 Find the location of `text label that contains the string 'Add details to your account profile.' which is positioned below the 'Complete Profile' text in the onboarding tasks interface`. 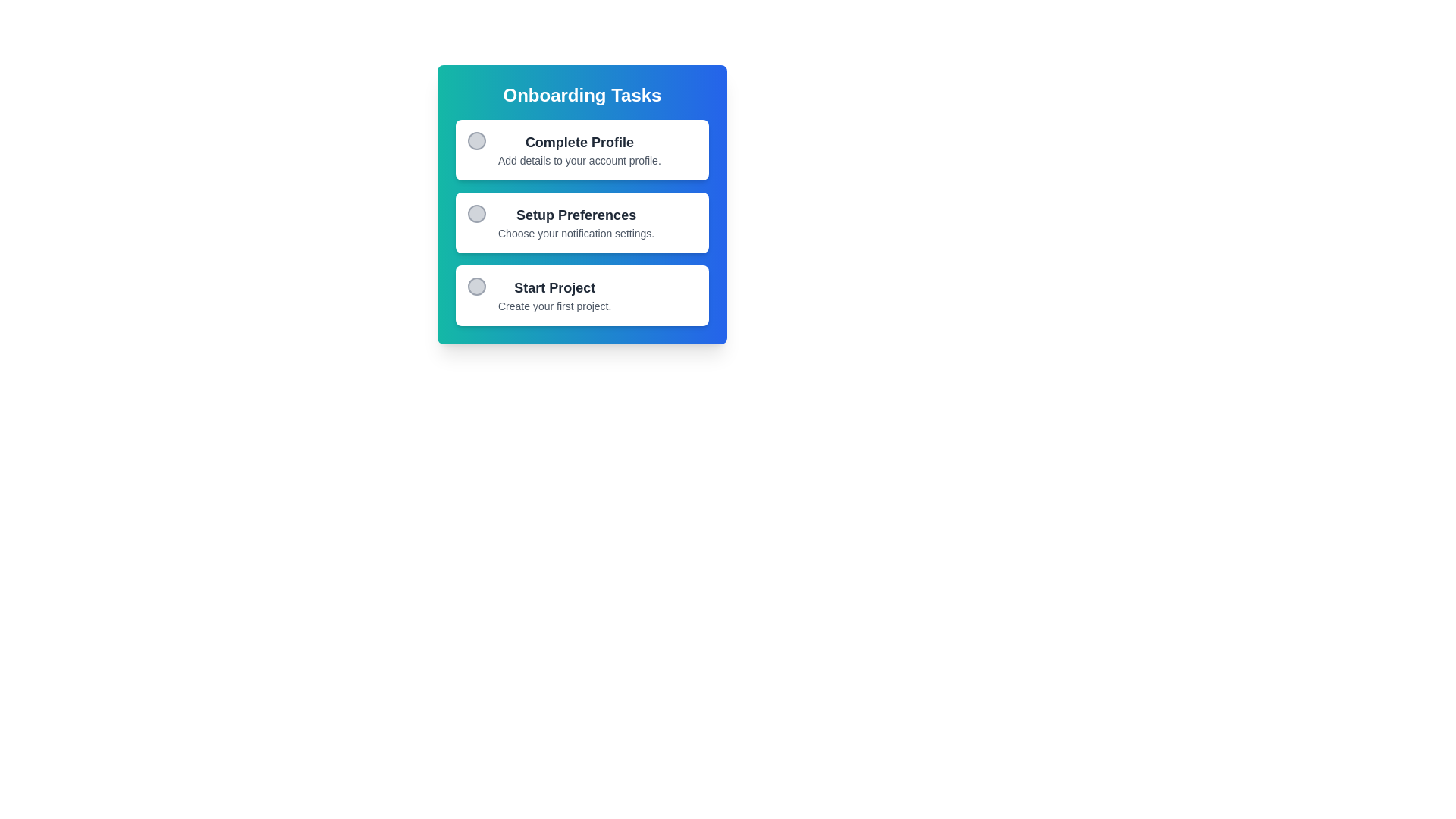

text label that contains the string 'Add details to your account profile.' which is positioned below the 'Complete Profile' text in the onboarding tasks interface is located at coordinates (579, 161).